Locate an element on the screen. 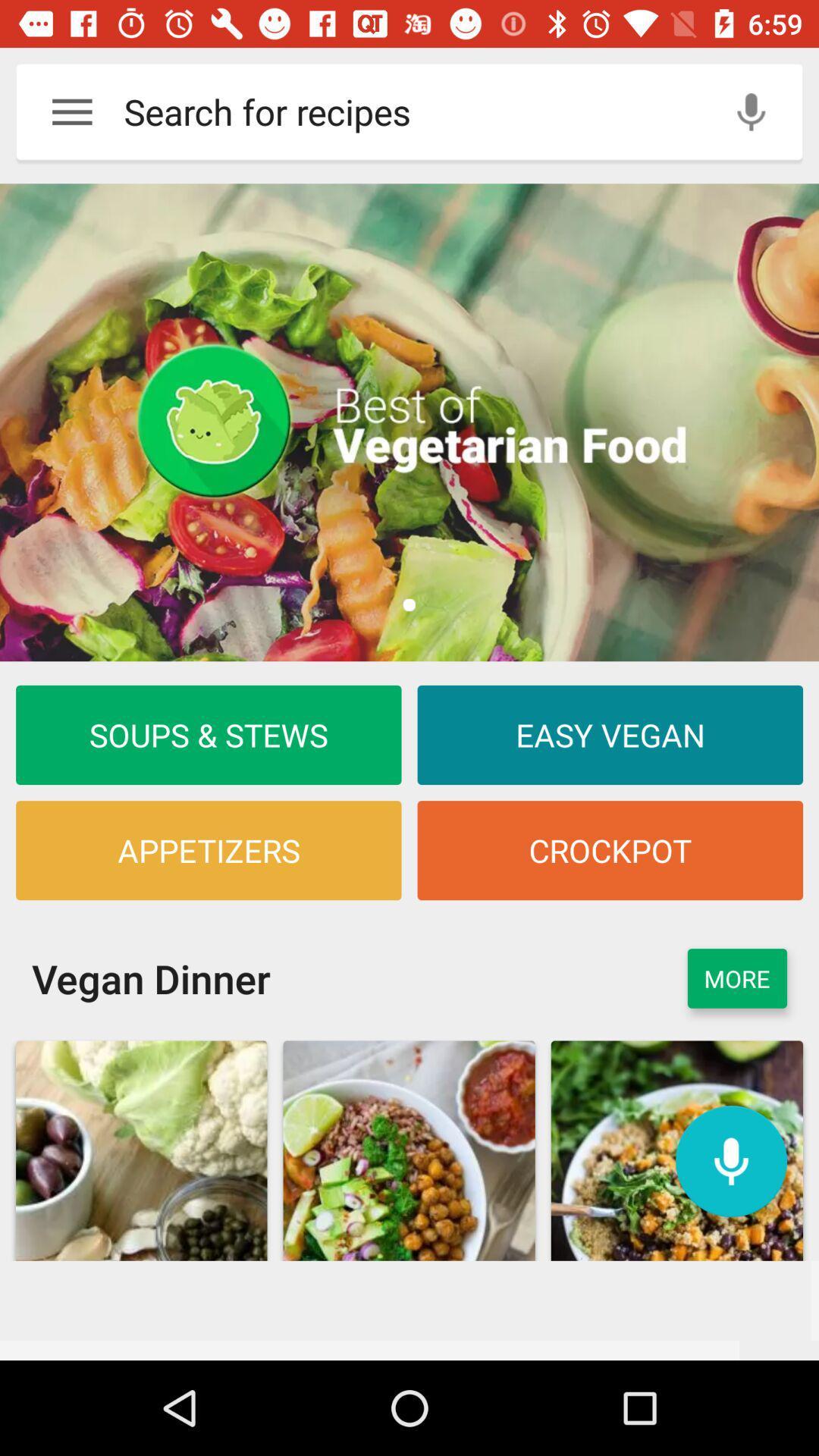 This screenshot has width=819, height=1456. the microphone icon is located at coordinates (730, 1160).